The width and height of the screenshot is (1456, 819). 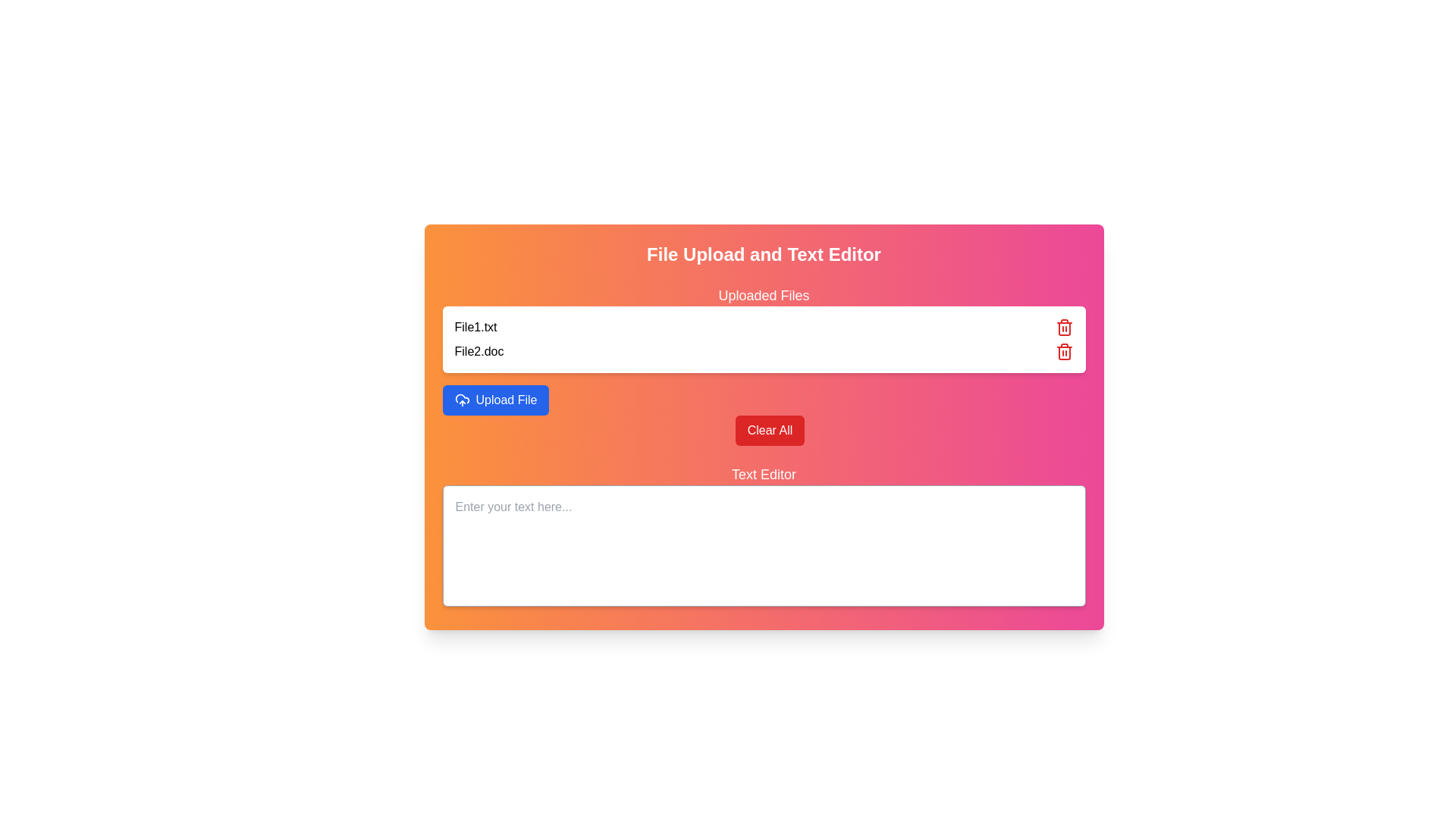 What do you see at coordinates (475, 327) in the screenshot?
I see `the static text label displaying 'File1.txt' in the 'Uploaded Files' section, which is located to the left of the trash icon` at bounding box center [475, 327].